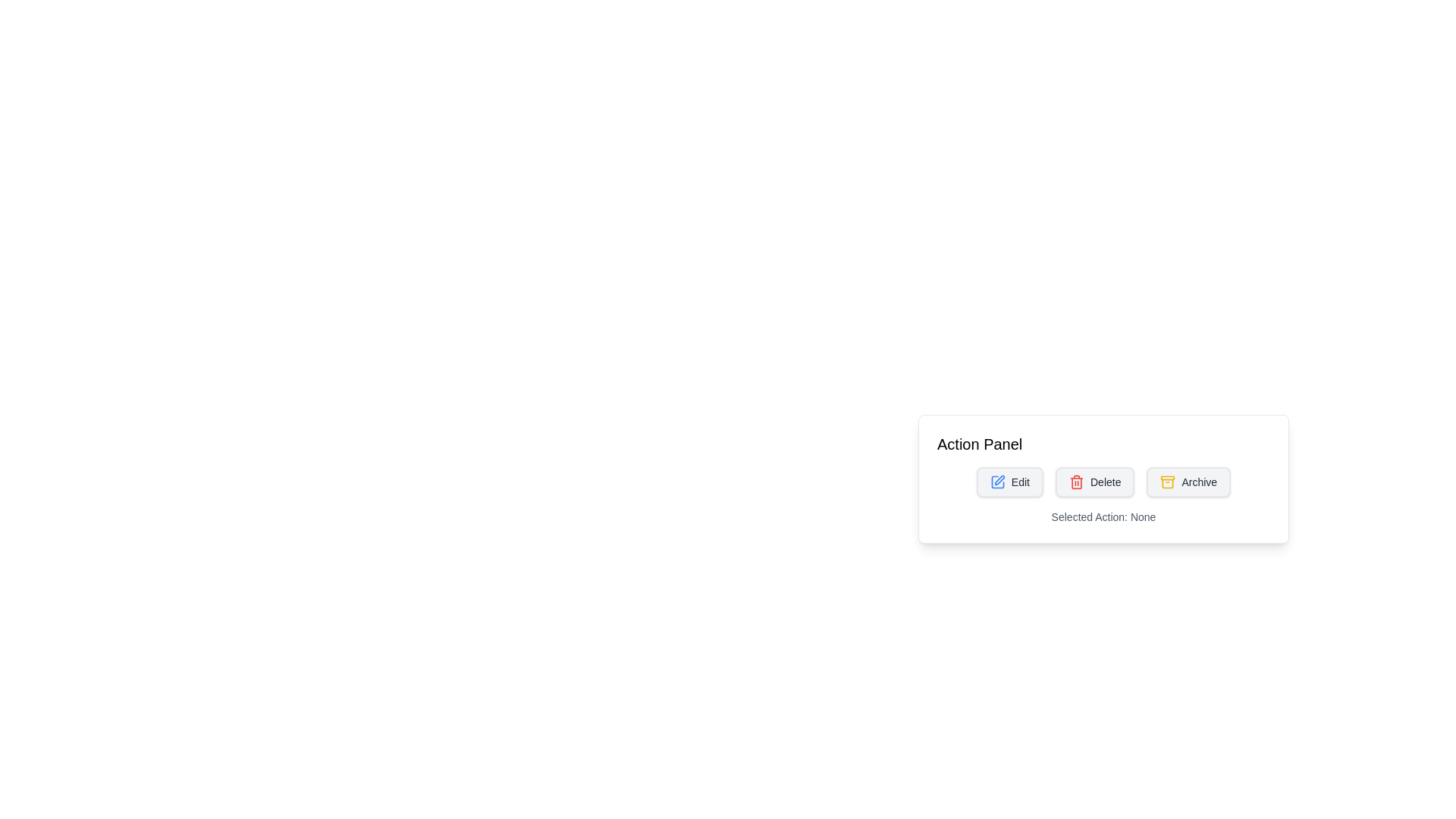 This screenshot has height=819, width=1456. I want to click on the 'Edit' text label located to the right of the pen icon in the action panel, so click(1020, 482).